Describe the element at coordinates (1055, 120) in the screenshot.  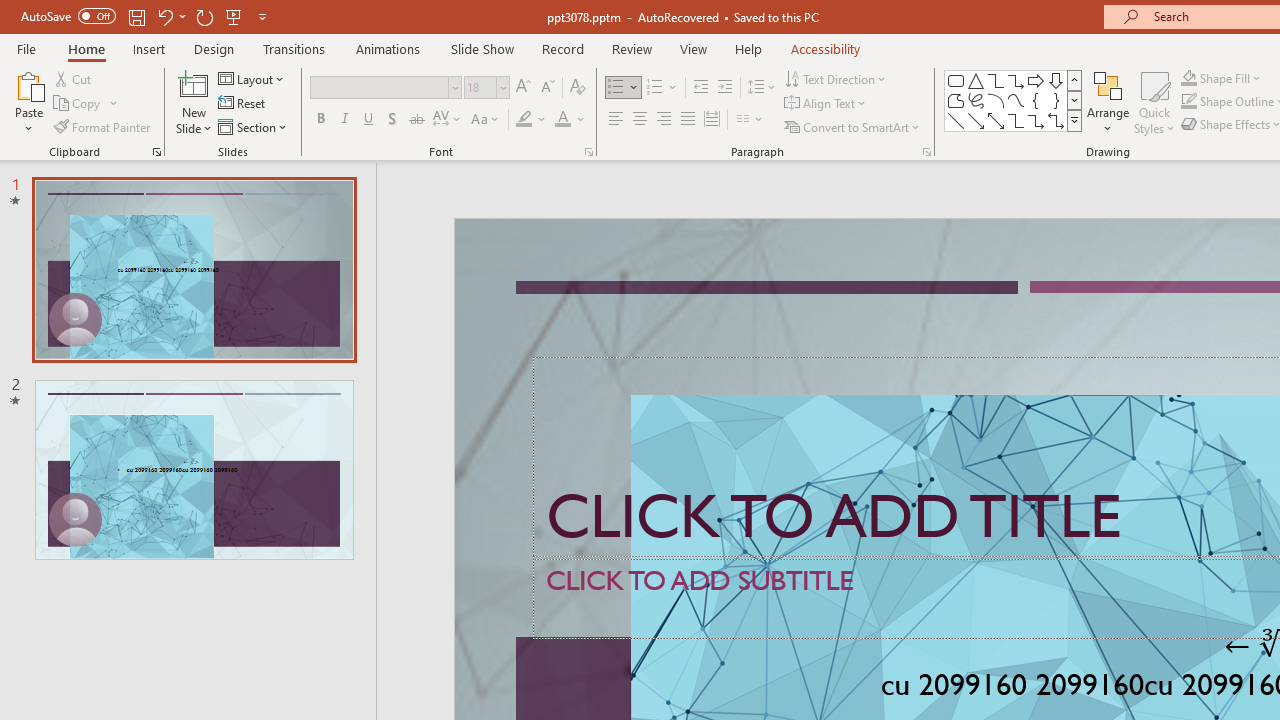
I see `'Connector: Elbow Double-Arrow'` at that location.